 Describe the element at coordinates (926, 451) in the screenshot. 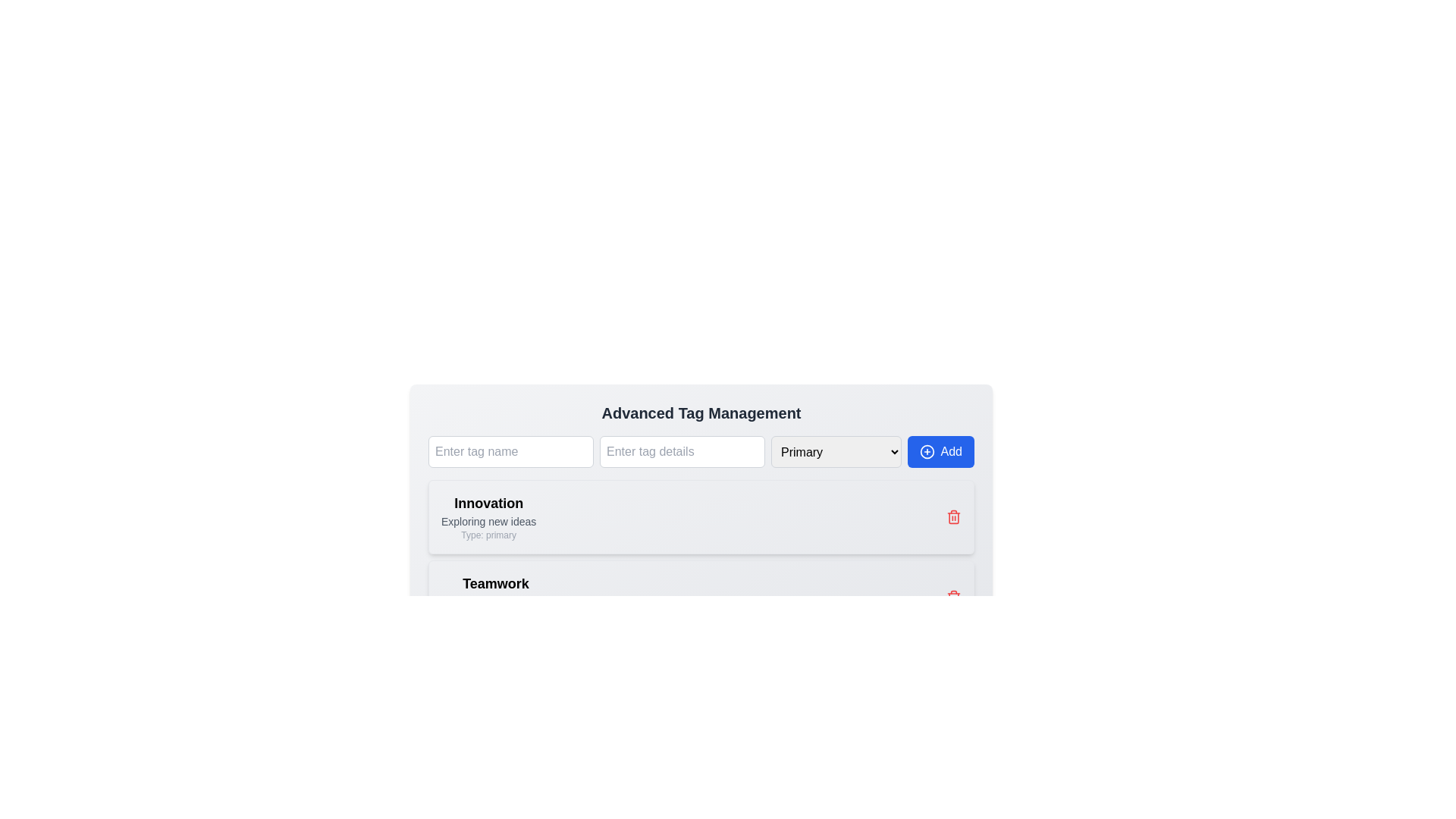

I see `the circular component of the blue 'plus' icon button labeled 'Add' located in the top-right of the 'Advanced Tag Management' section to press the button` at that location.